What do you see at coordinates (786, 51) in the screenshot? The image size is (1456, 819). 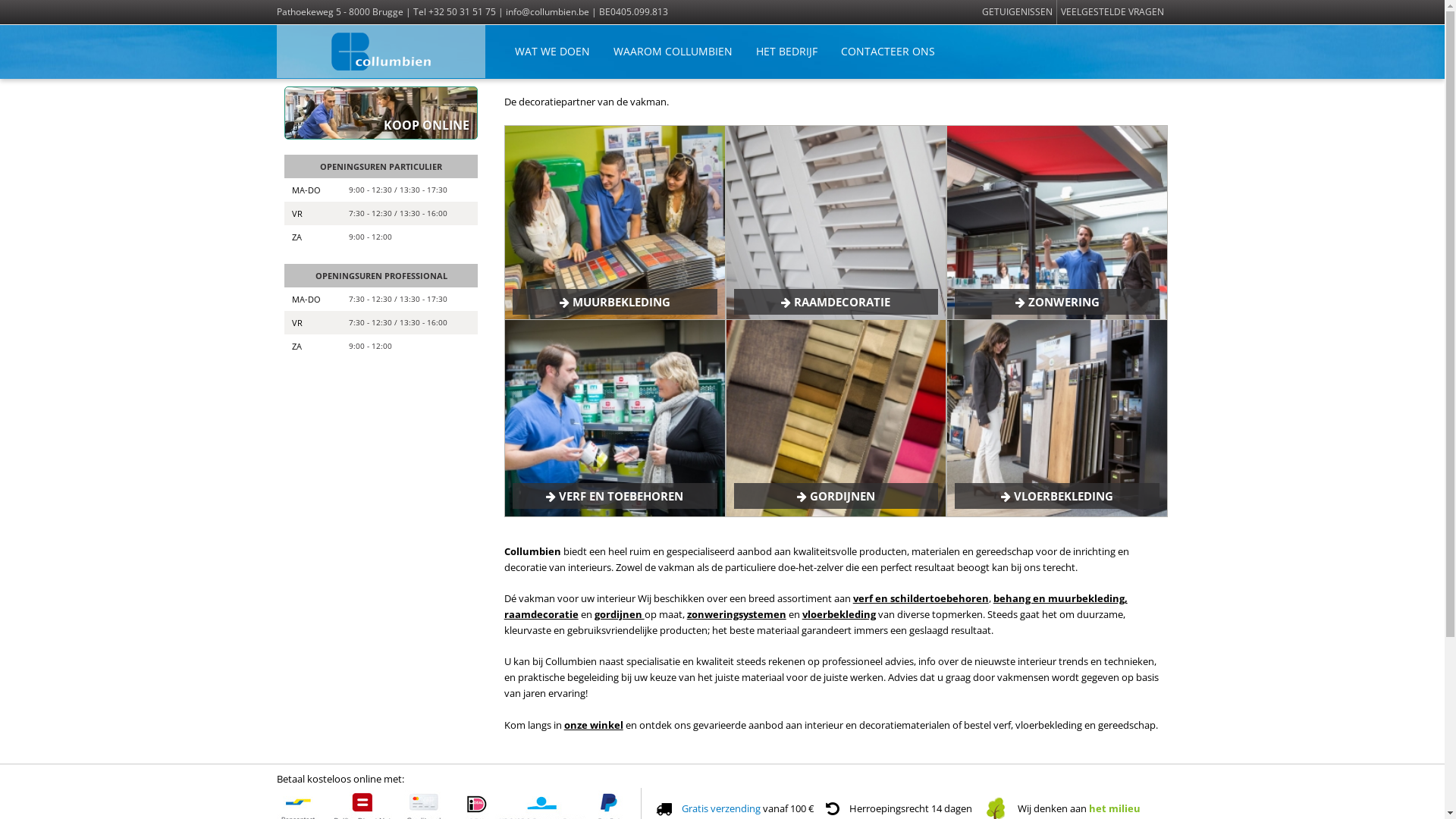 I see `'HET BEDRIJF'` at bounding box center [786, 51].